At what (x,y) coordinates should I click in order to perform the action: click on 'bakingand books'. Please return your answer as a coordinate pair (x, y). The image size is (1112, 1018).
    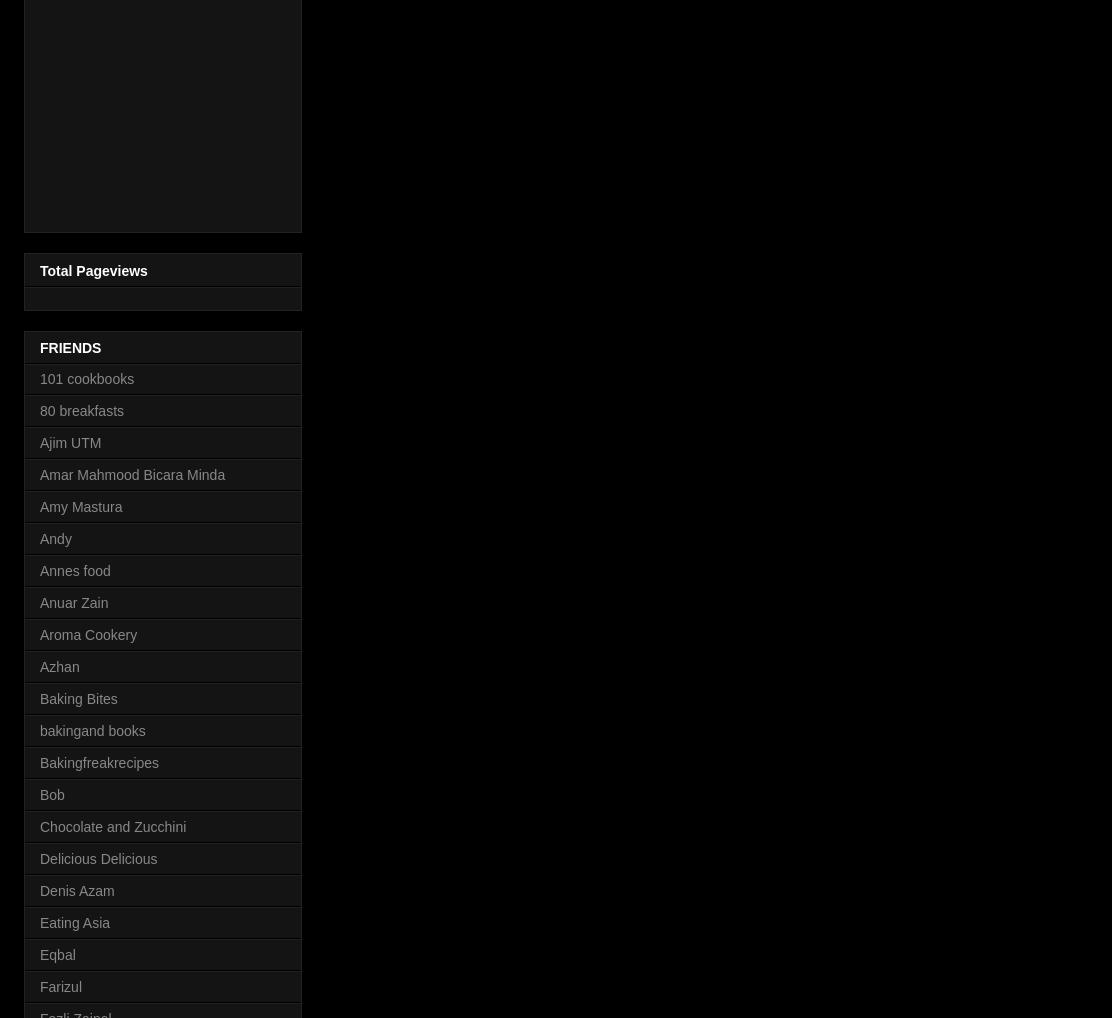
    Looking at the image, I should click on (91, 729).